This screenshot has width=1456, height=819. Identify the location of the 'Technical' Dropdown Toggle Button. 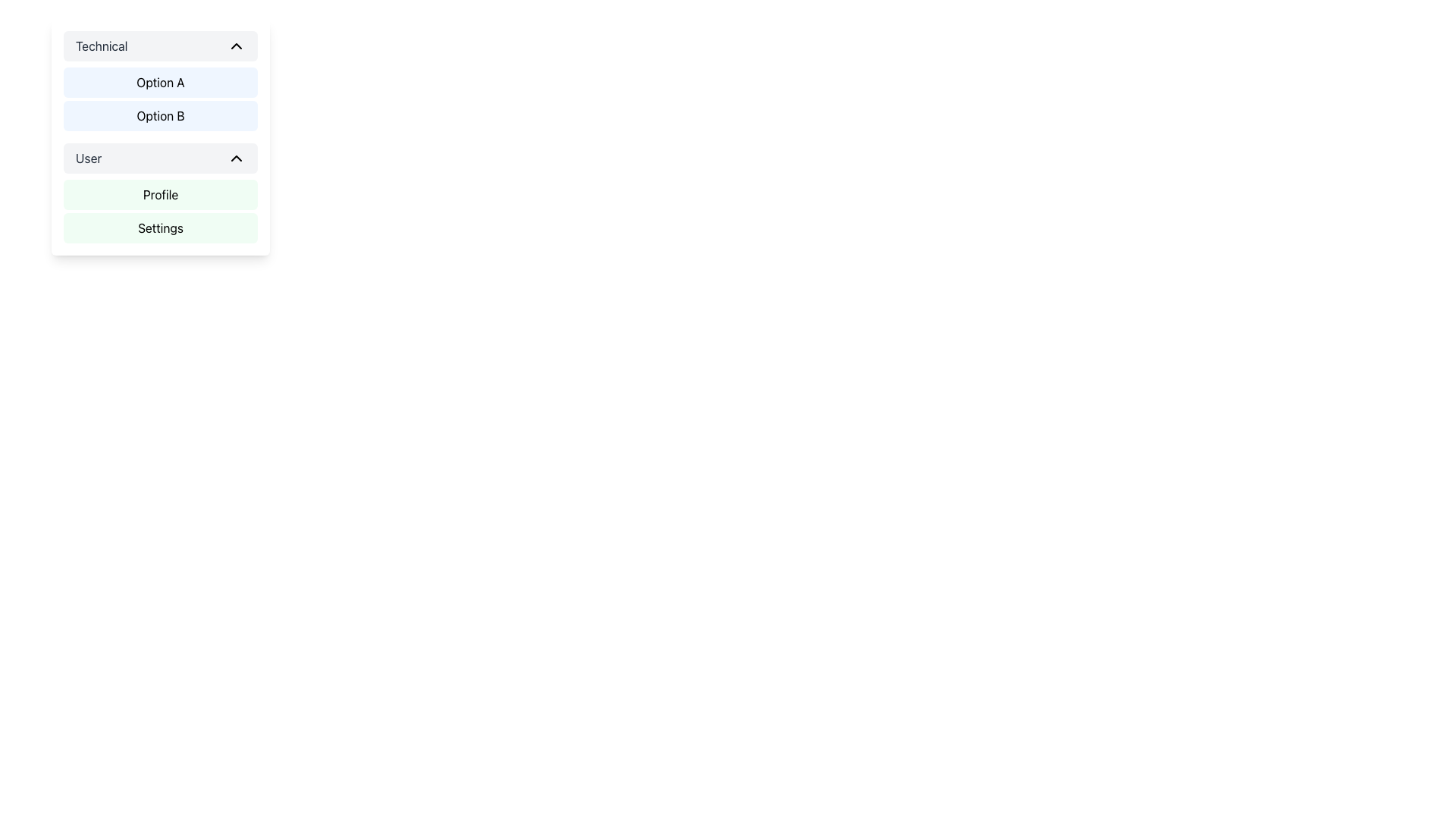
(160, 45).